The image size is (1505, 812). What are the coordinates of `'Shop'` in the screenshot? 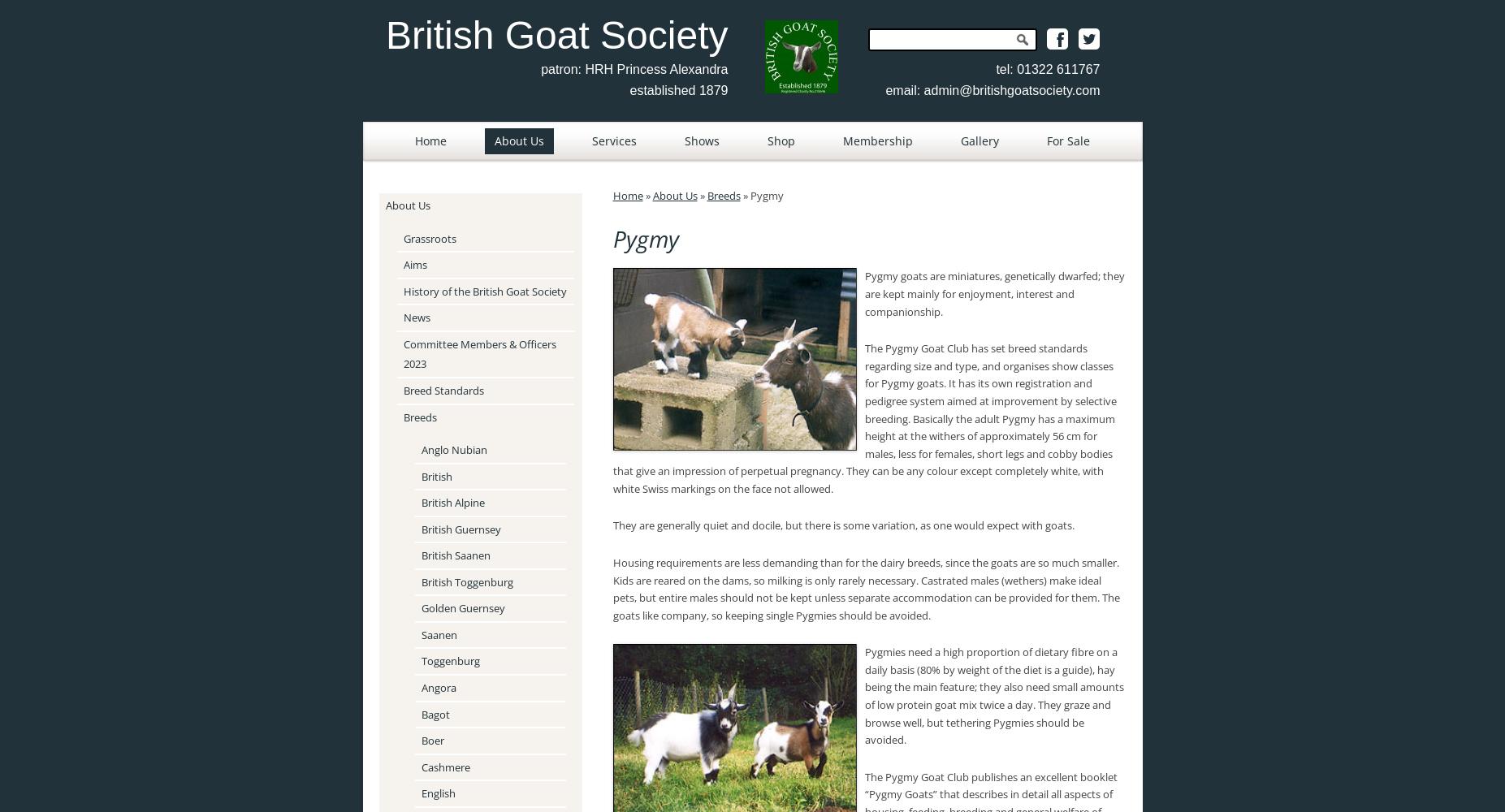 It's located at (781, 140).